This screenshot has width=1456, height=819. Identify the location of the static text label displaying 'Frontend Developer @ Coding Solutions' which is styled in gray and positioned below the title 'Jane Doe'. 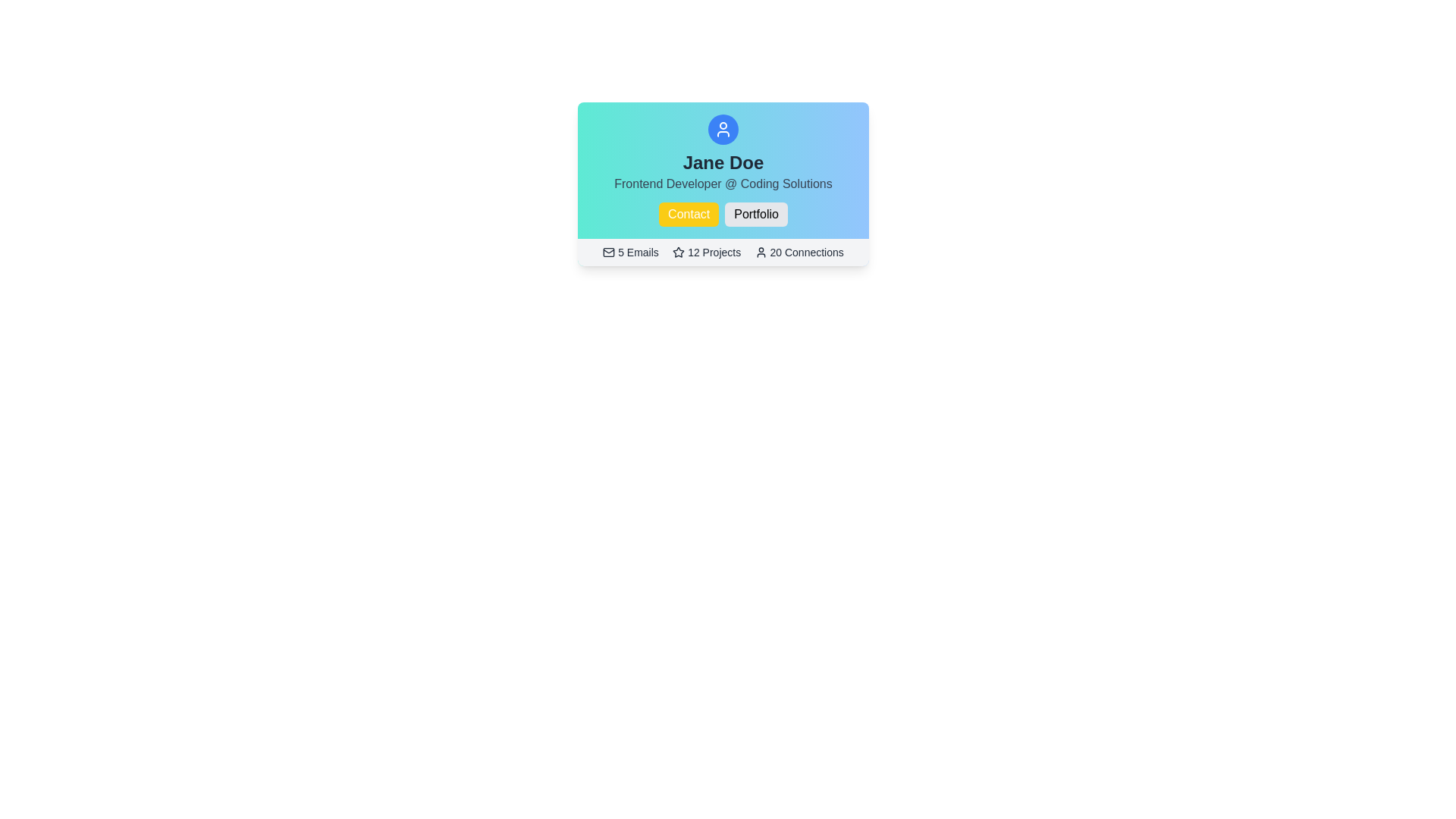
(723, 184).